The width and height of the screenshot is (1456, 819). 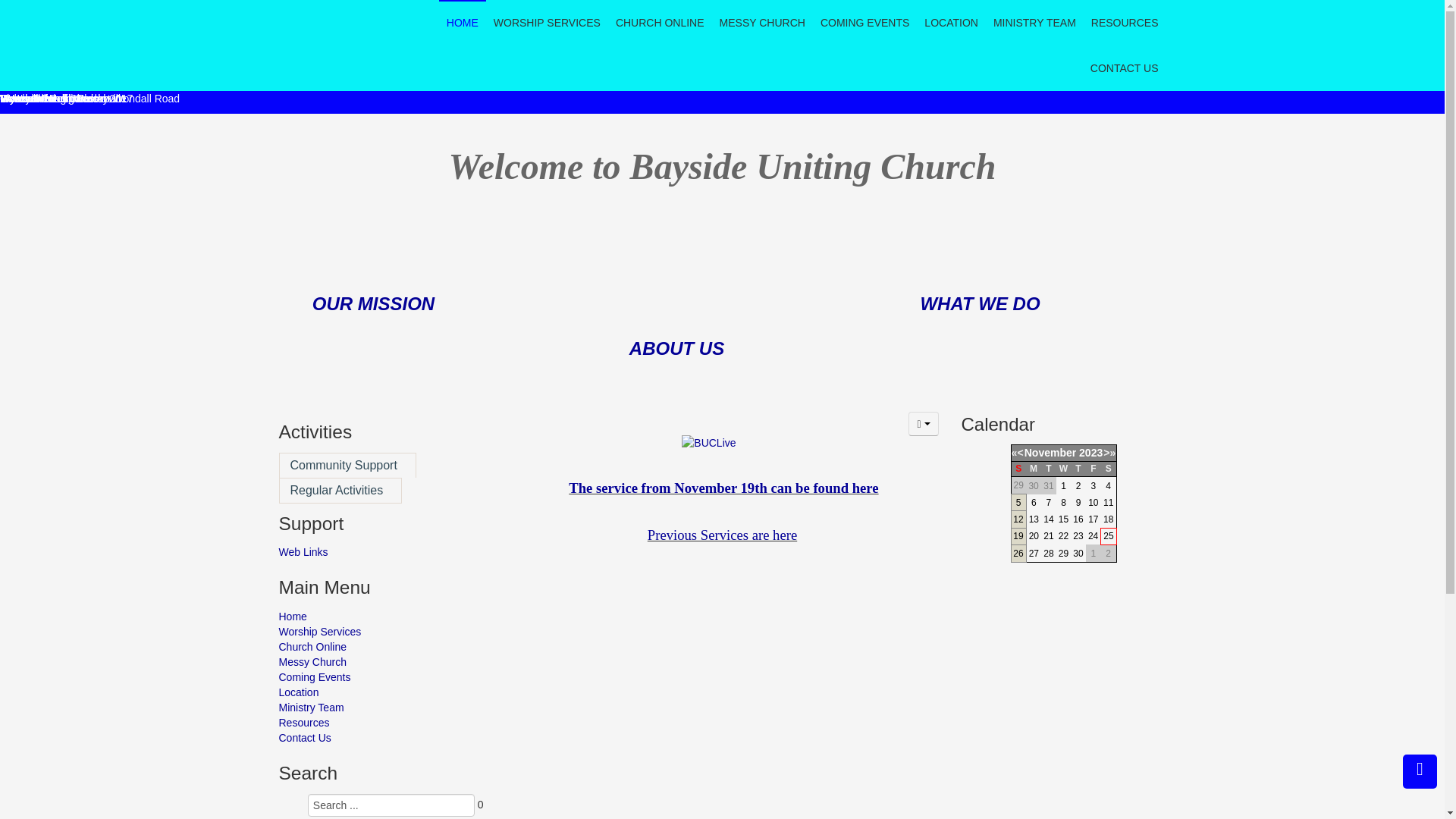 What do you see at coordinates (1047, 553) in the screenshot?
I see `'28'` at bounding box center [1047, 553].